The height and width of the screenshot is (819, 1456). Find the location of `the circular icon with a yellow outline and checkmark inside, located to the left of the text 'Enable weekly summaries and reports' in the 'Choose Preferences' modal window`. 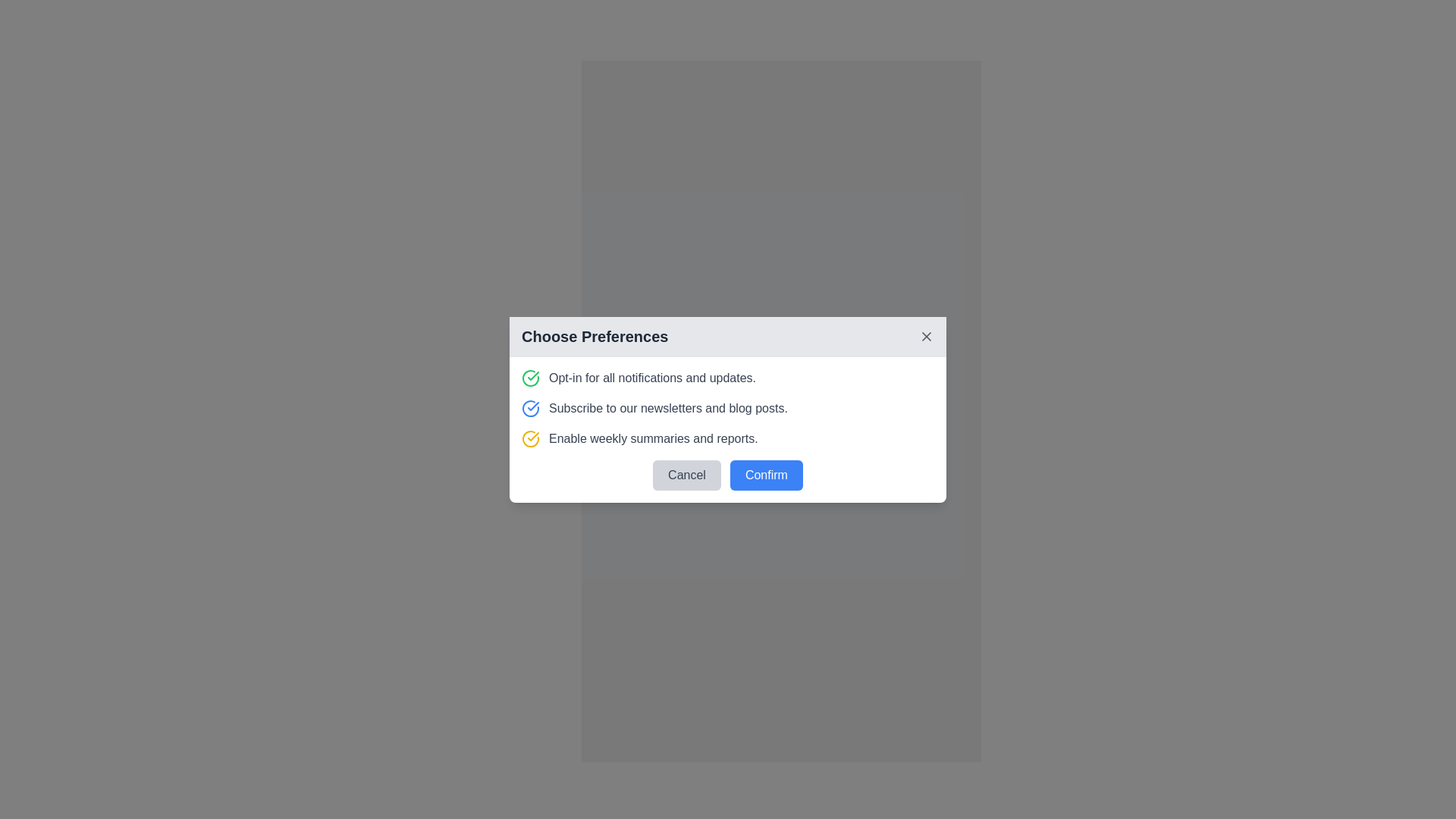

the circular icon with a yellow outline and checkmark inside, located to the left of the text 'Enable weekly summaries and reports' in the 'Choose Preferences' modal window is located at coordinates (531, 438).